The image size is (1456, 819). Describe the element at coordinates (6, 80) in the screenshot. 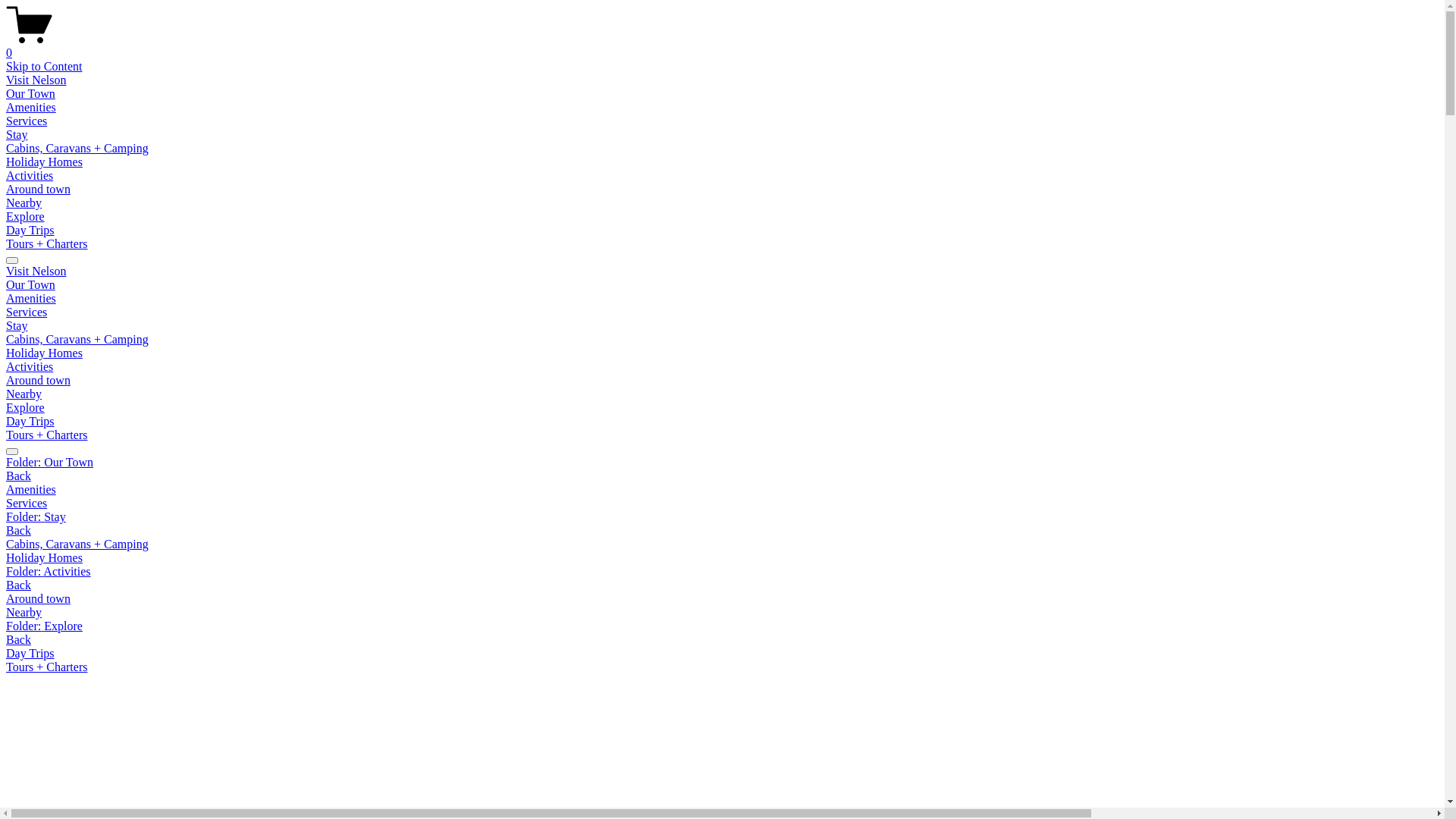

I see `'Visit Nelson'` at that location.